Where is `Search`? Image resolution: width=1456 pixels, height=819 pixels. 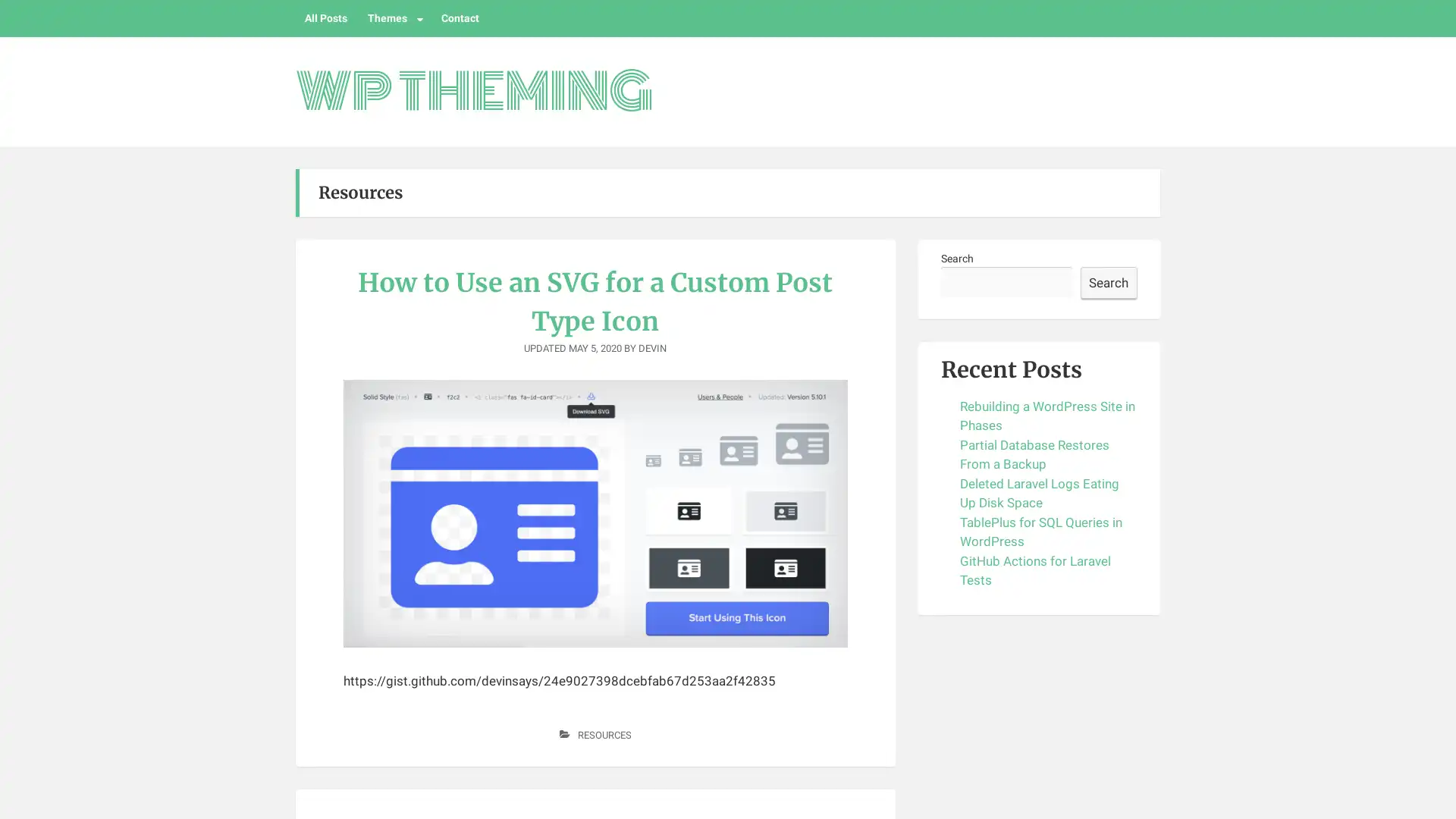 Search is located at coordinates (1109, 283).